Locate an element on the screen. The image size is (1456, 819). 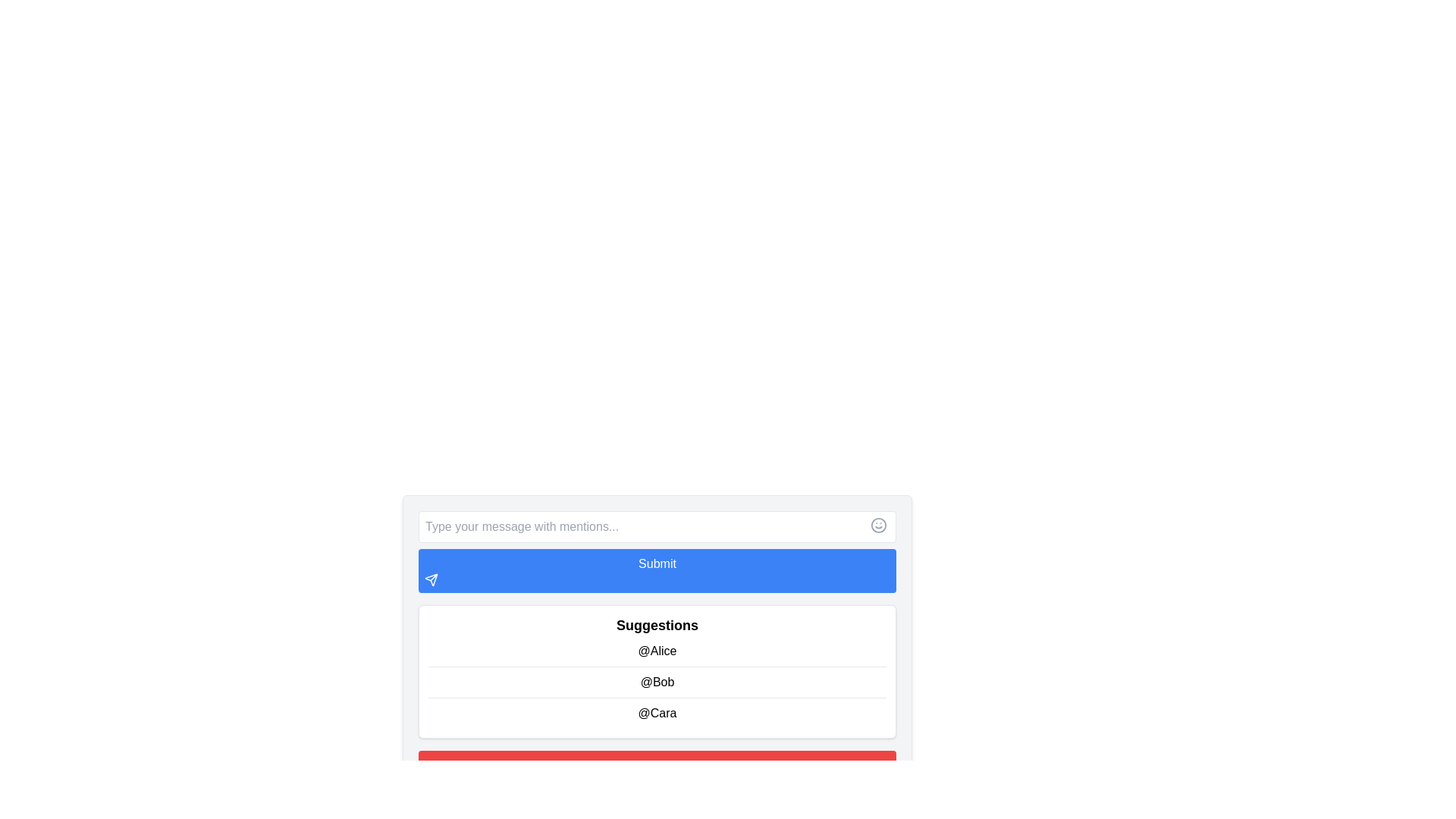
the selectable list item displaying '@Bob' is located at coordinates (657, 680).